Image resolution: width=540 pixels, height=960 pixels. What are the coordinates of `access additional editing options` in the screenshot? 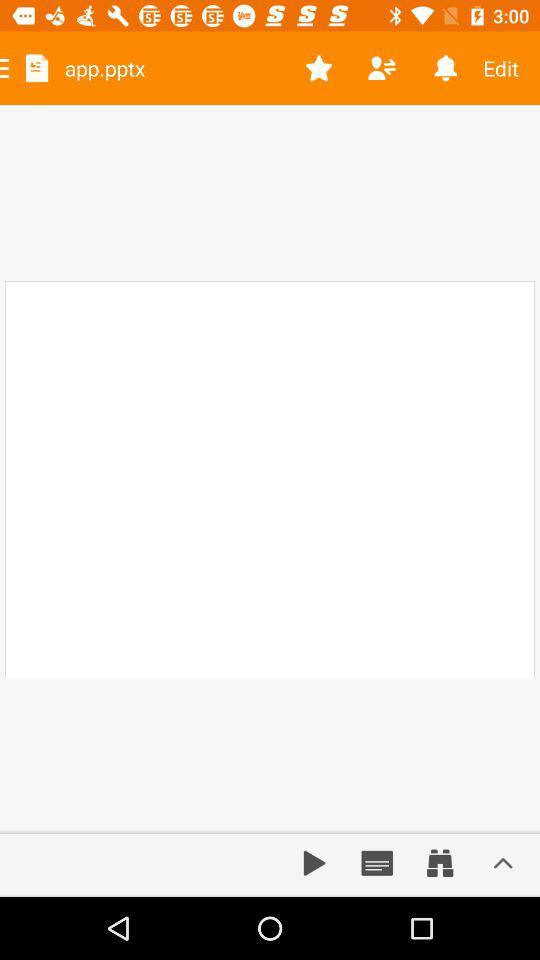 It's located at (502, 862).